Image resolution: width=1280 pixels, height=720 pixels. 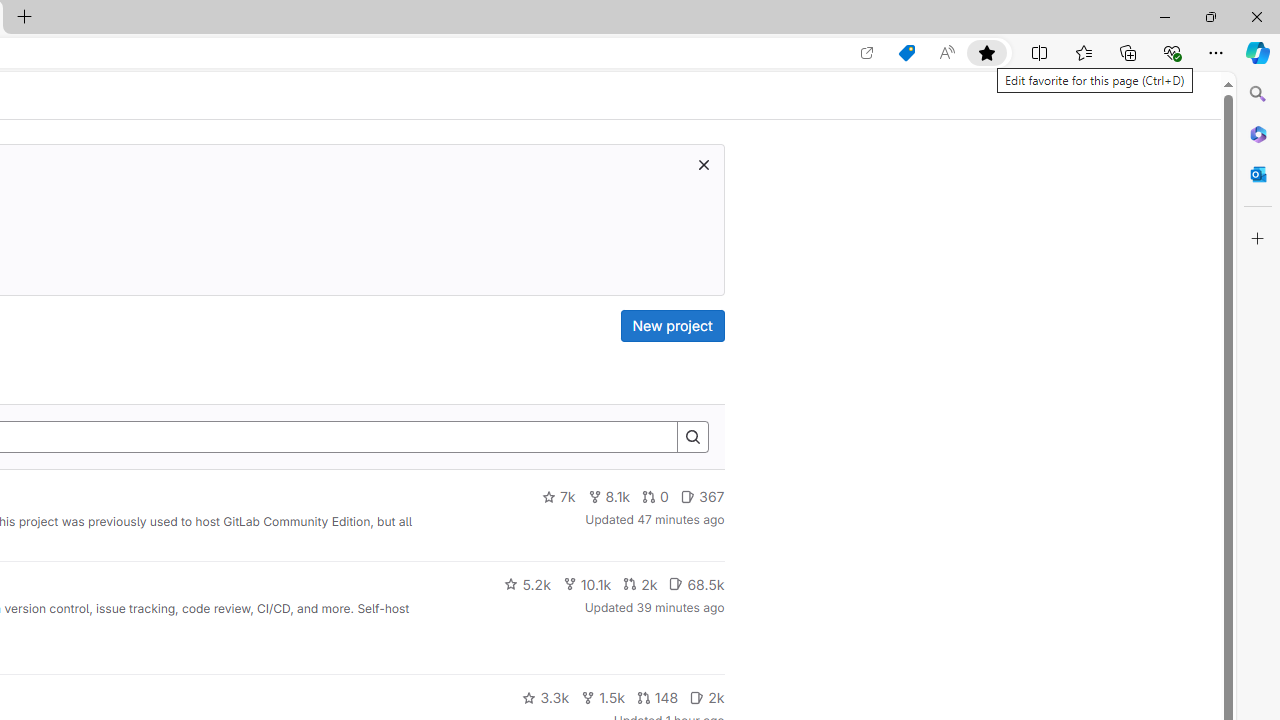 I want to click on '2k', so click(x=707, y=697).